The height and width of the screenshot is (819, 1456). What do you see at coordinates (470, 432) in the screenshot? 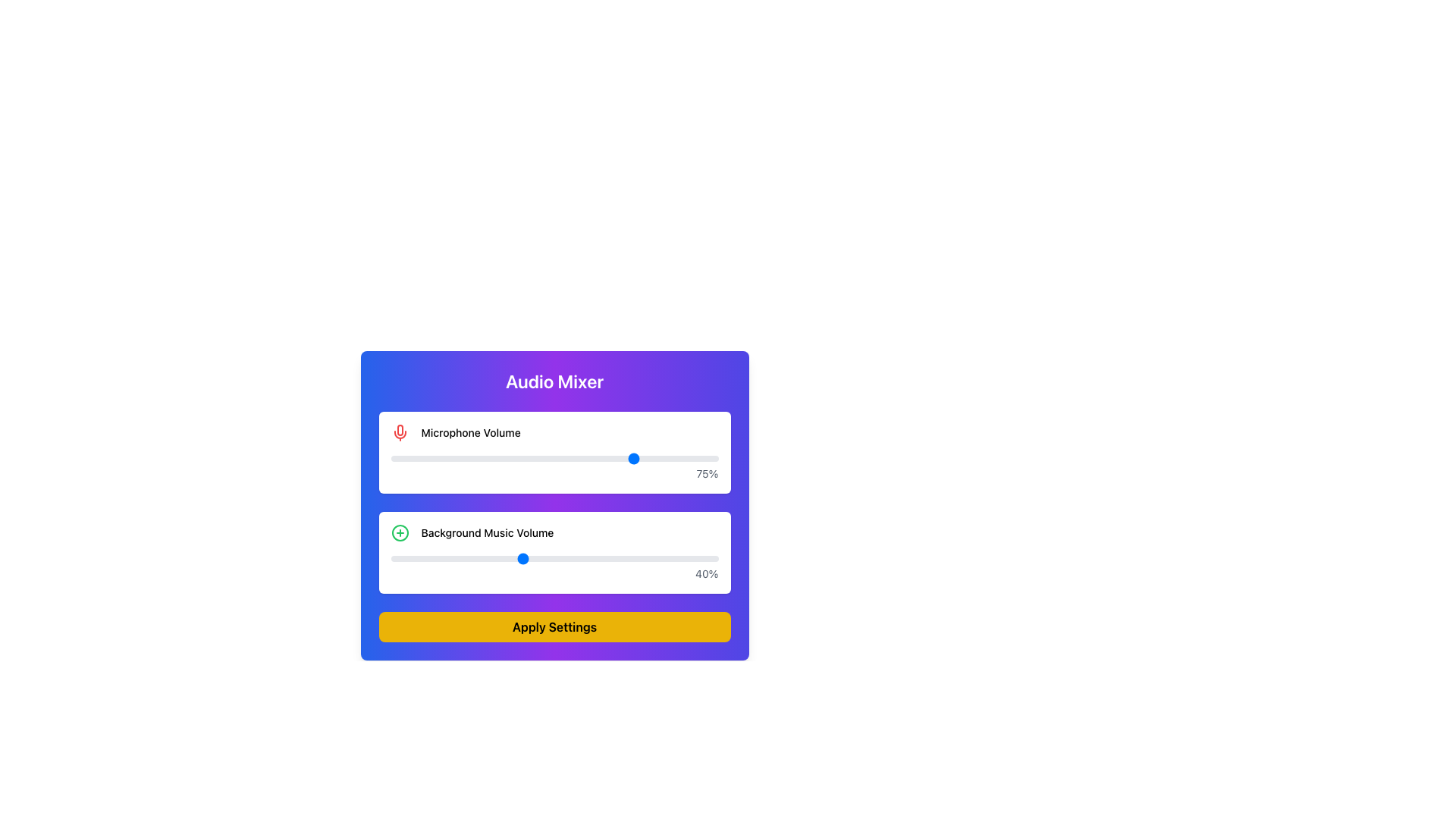
I see `the text label that describes the microphone volume control, located to the right of the red microphone icon in the 'Audio Mixer' card` at bounding box center [470, 432].